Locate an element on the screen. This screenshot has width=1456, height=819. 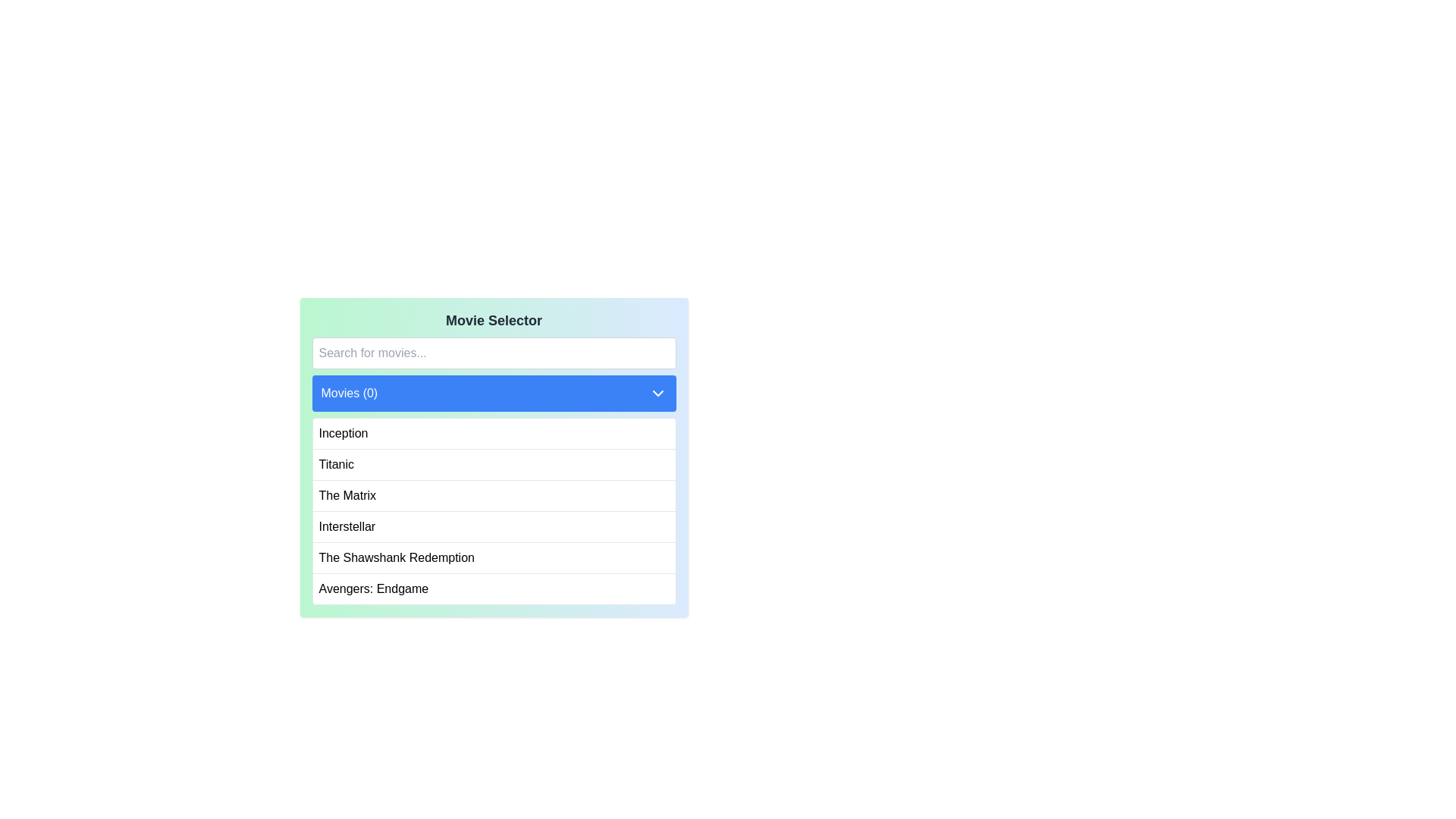
the last list item displaying 'Avengers: Endgame' in bold black font within the 'Movie Selector' dropdown menu is located at coordinates (494, 588).